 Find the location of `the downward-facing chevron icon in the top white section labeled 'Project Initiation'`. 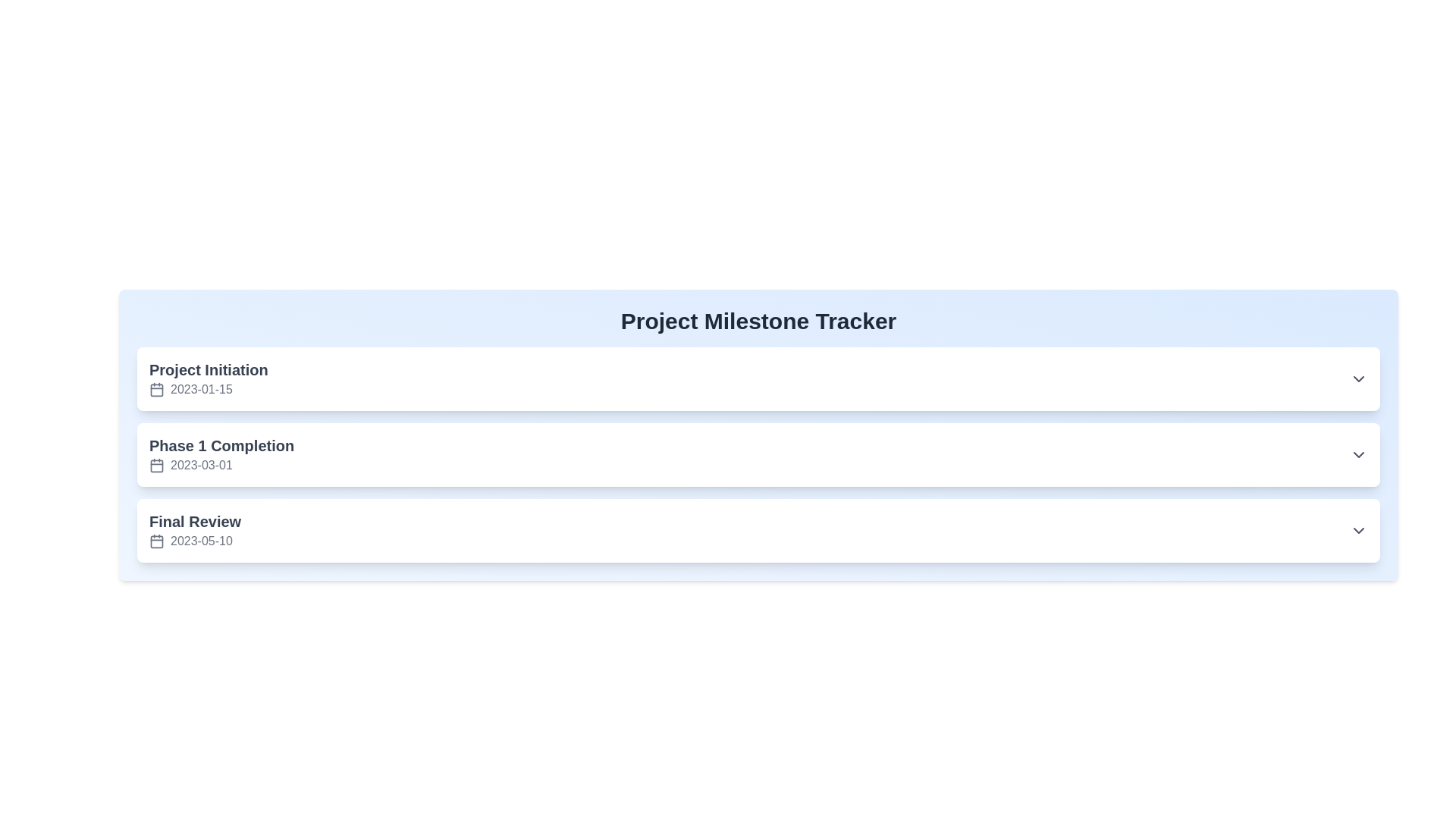

the downward-facing chevron icon in the top white section labeled 'Project Initiation' is located at coordinates (1358, 378).